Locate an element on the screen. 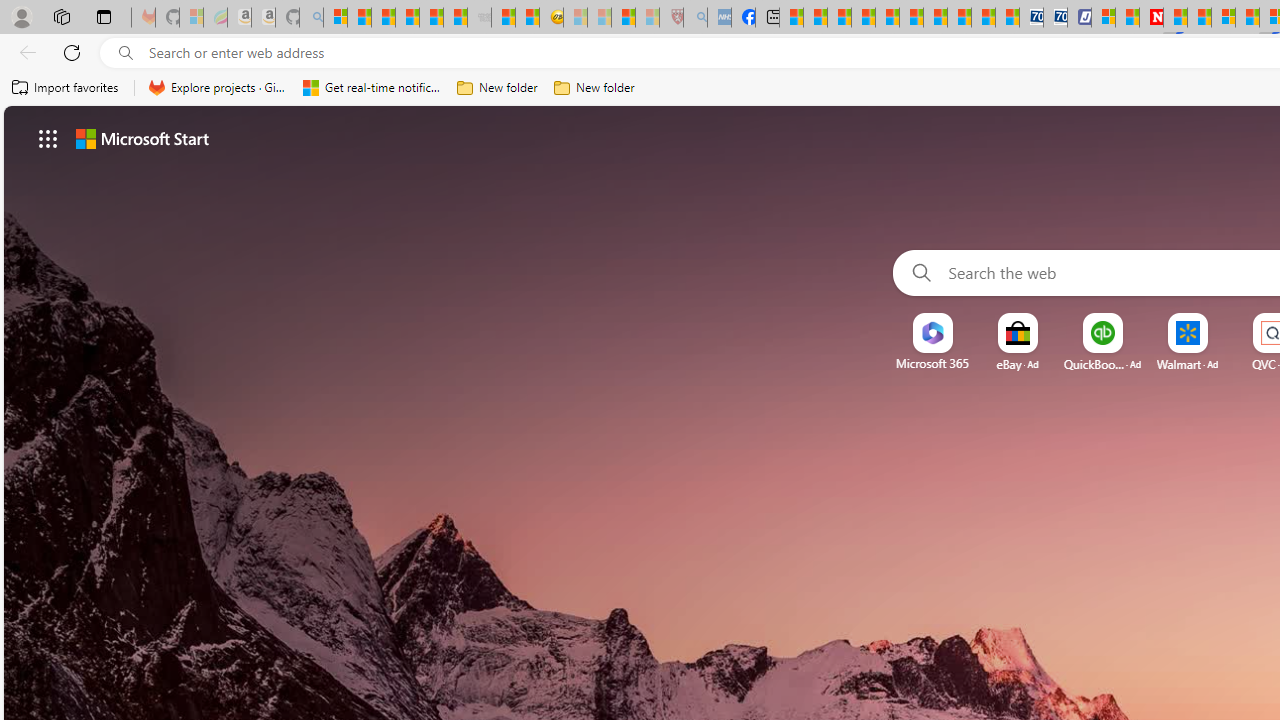 Image resolution: width=1280 pixels, height=720 pixels. 'New Report Confirms 2023 Was Record Hot | Watch' is located at coordinates (430, 17).